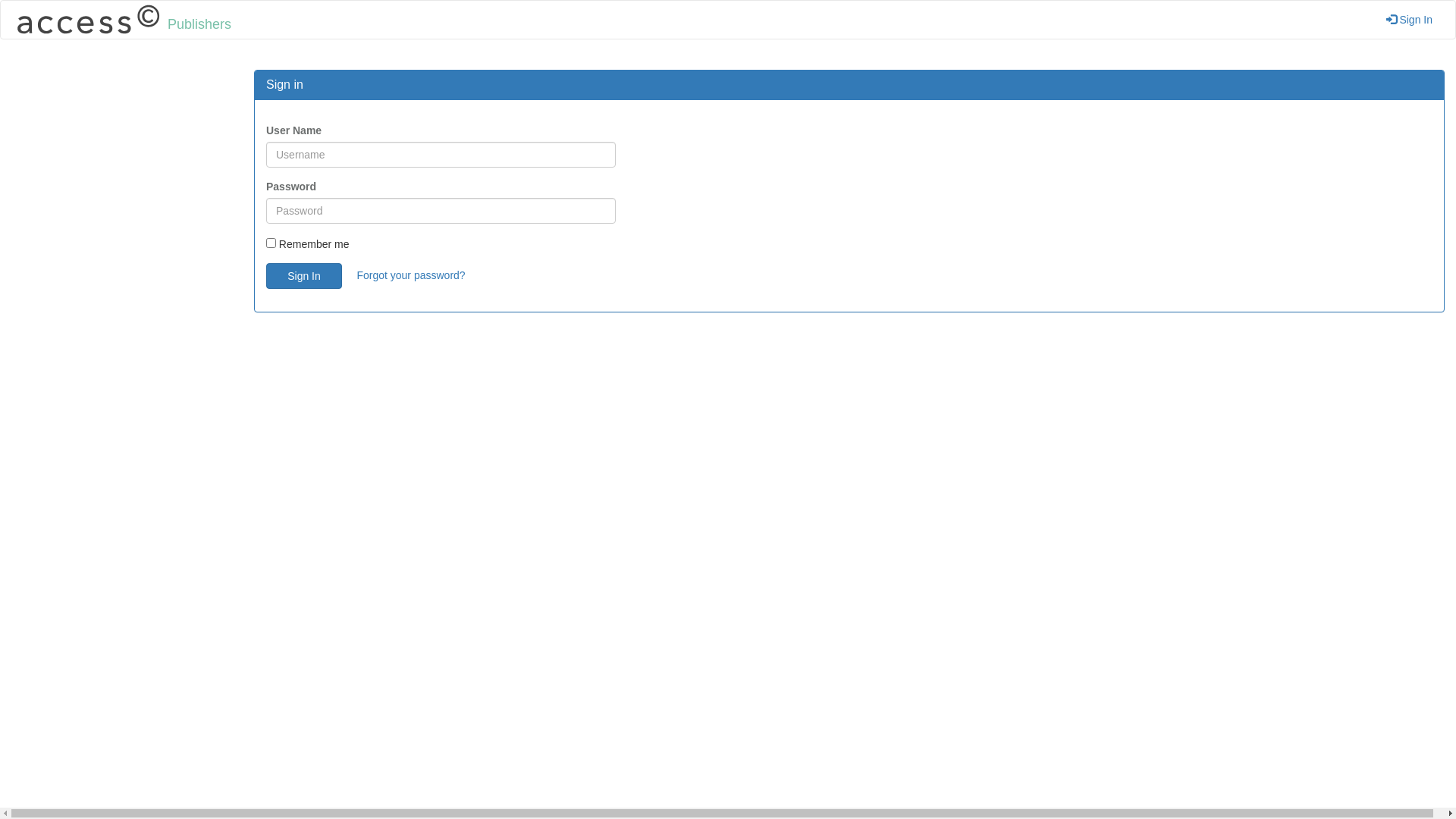 The image size is (1456, 819). I want to click on 'Forgot your password?', so click(356, 275).